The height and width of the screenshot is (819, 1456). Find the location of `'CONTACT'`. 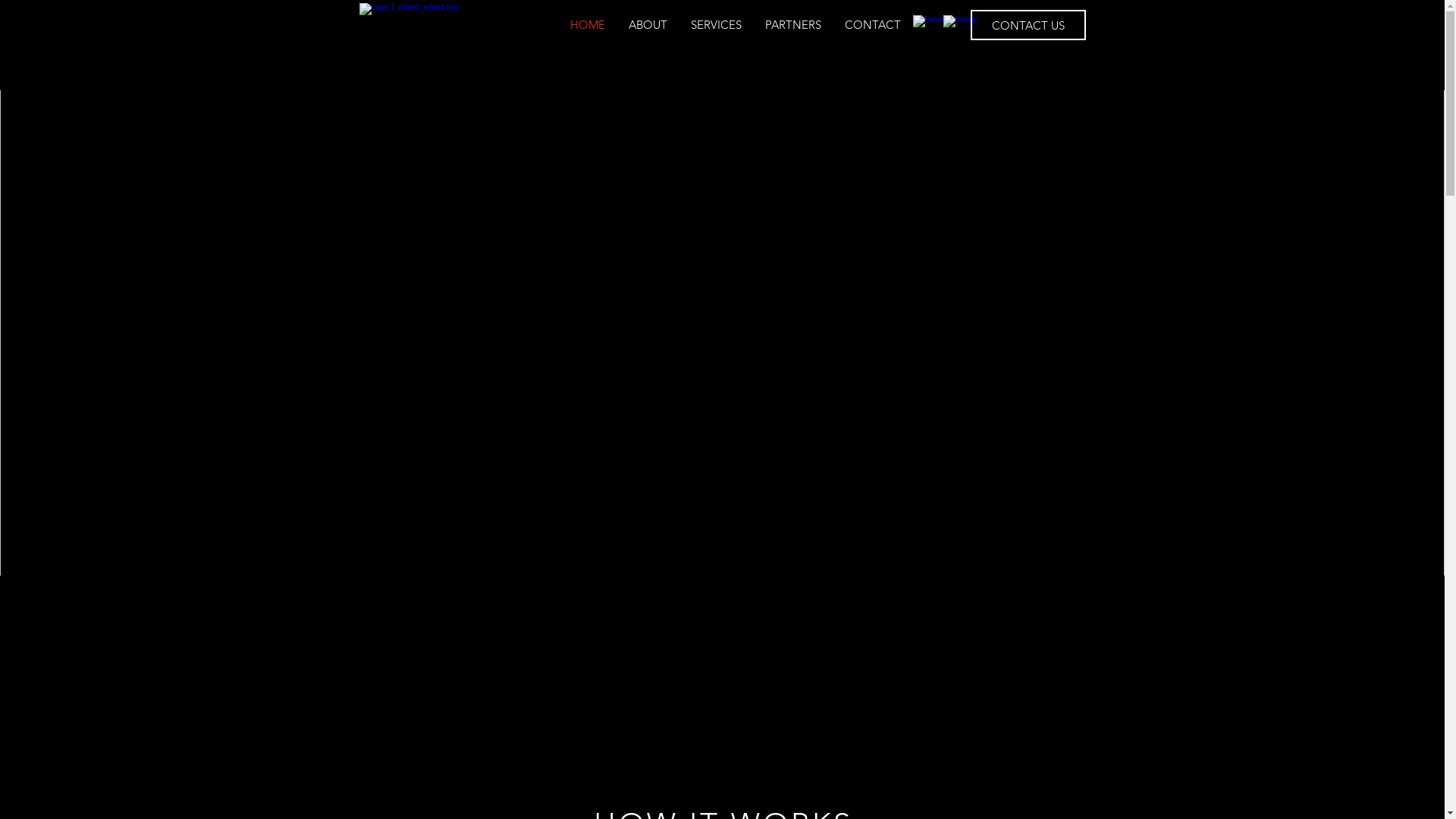

'CONTACT' is located at coordinates (872, 25).